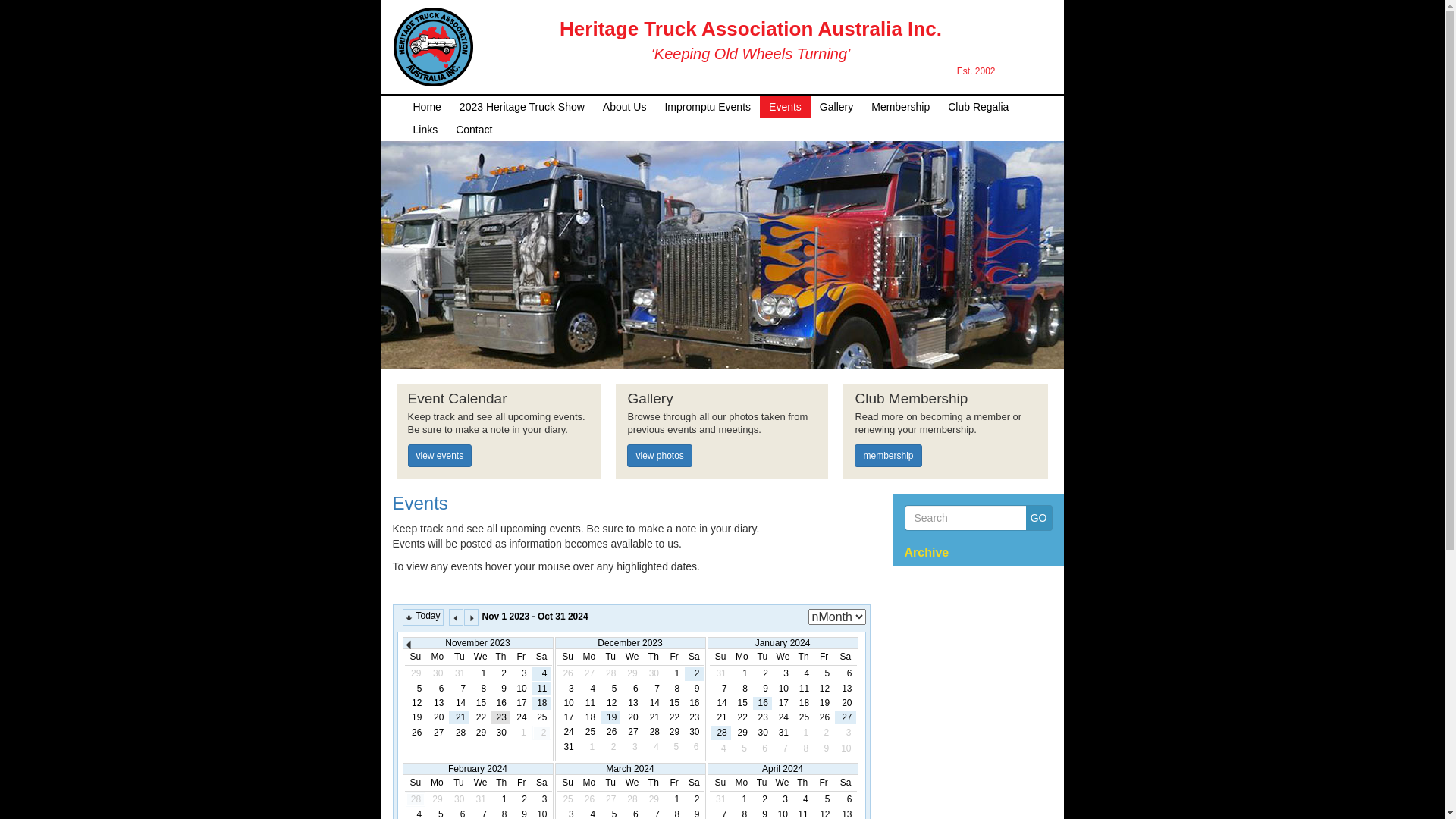 The width and height of the screenshot is (1456, 819). Describe the element at coordinates (592, 106) in the screenshot. I see `'About Us'` at that location.